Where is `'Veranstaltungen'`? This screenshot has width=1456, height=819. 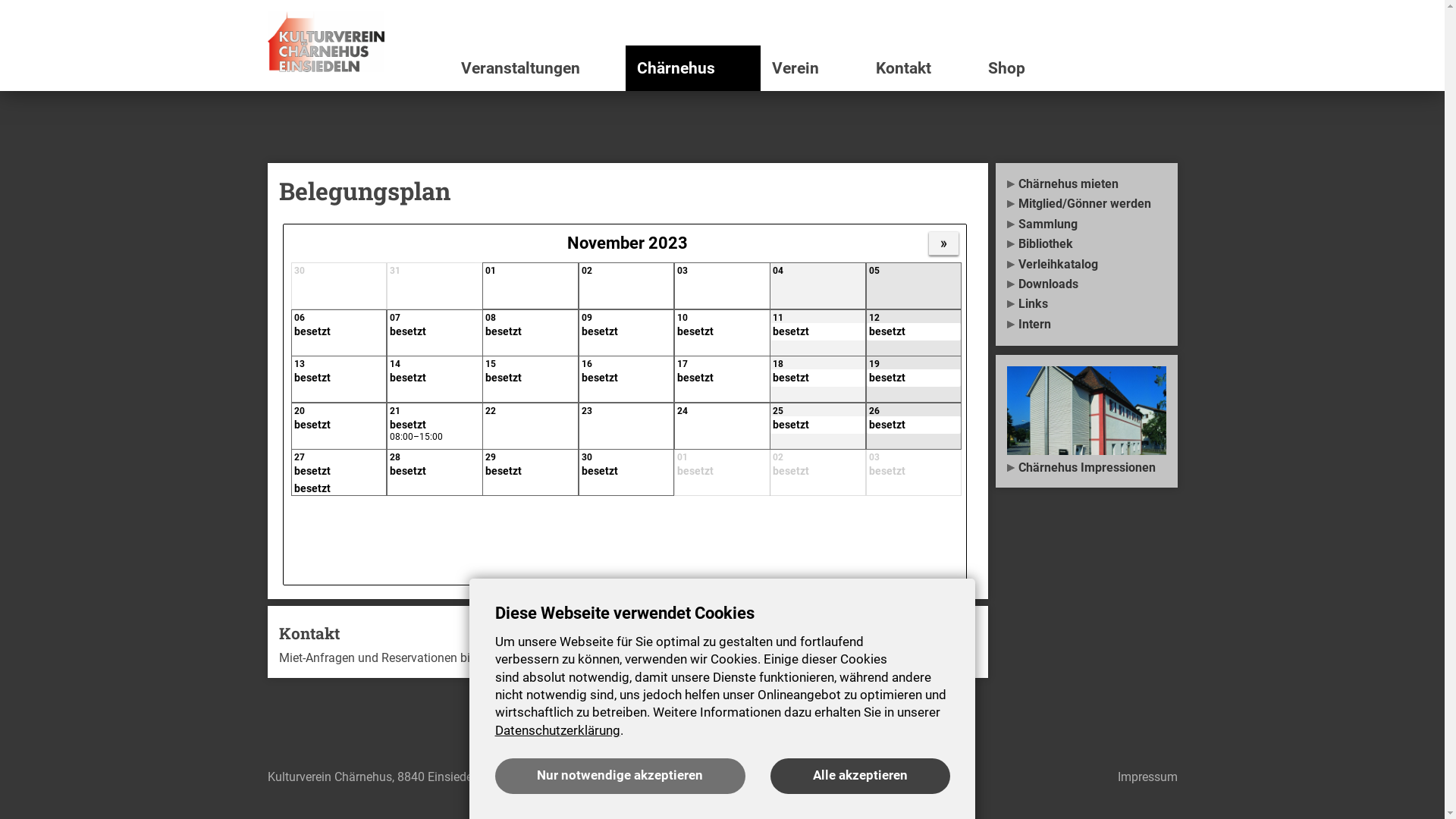
'Veranstaltungen' is located at coordinates (537, 67).